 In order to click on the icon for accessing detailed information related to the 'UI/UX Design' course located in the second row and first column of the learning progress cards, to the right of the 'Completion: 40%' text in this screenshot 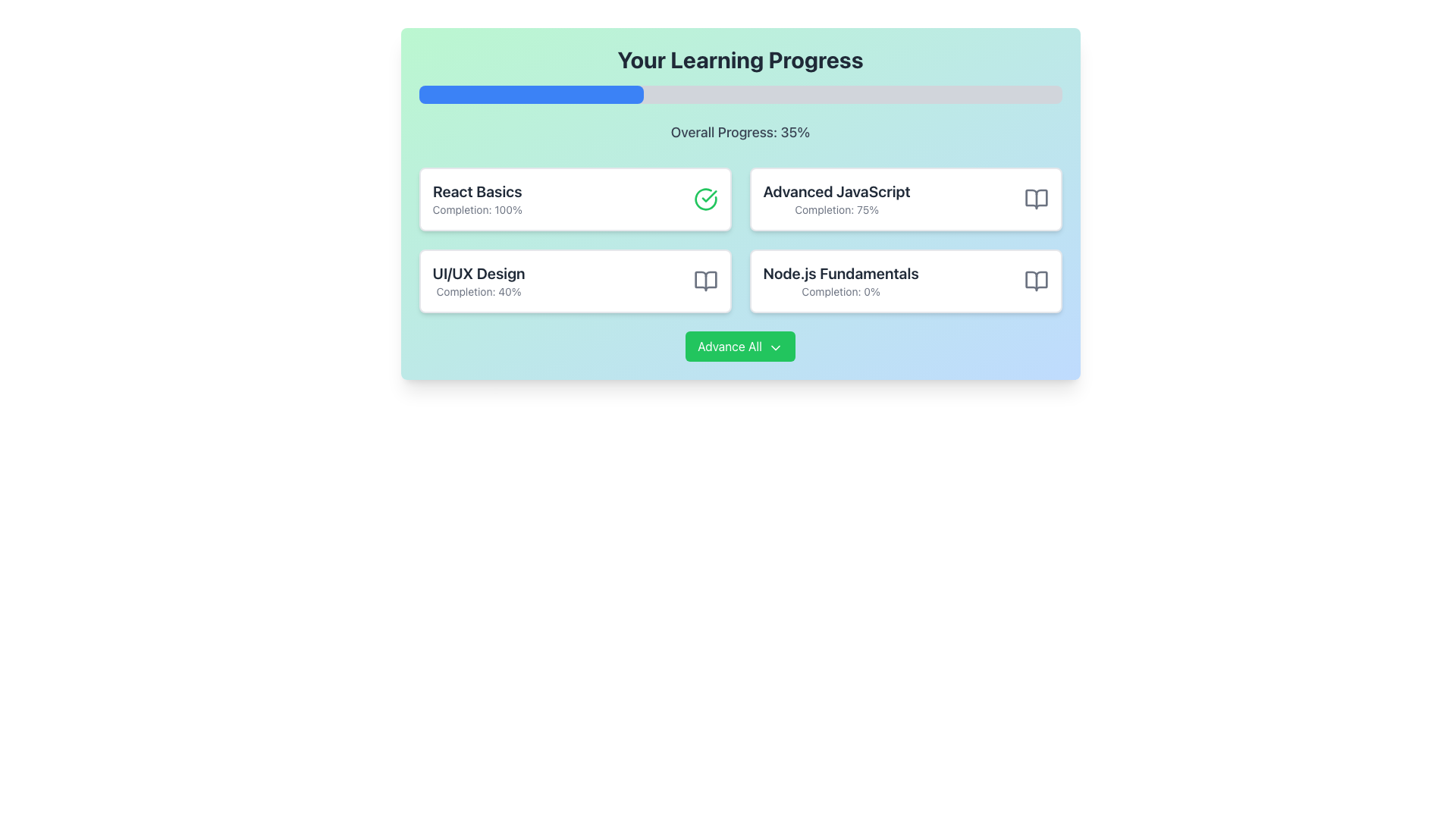, I will do `click(704, 281)`.